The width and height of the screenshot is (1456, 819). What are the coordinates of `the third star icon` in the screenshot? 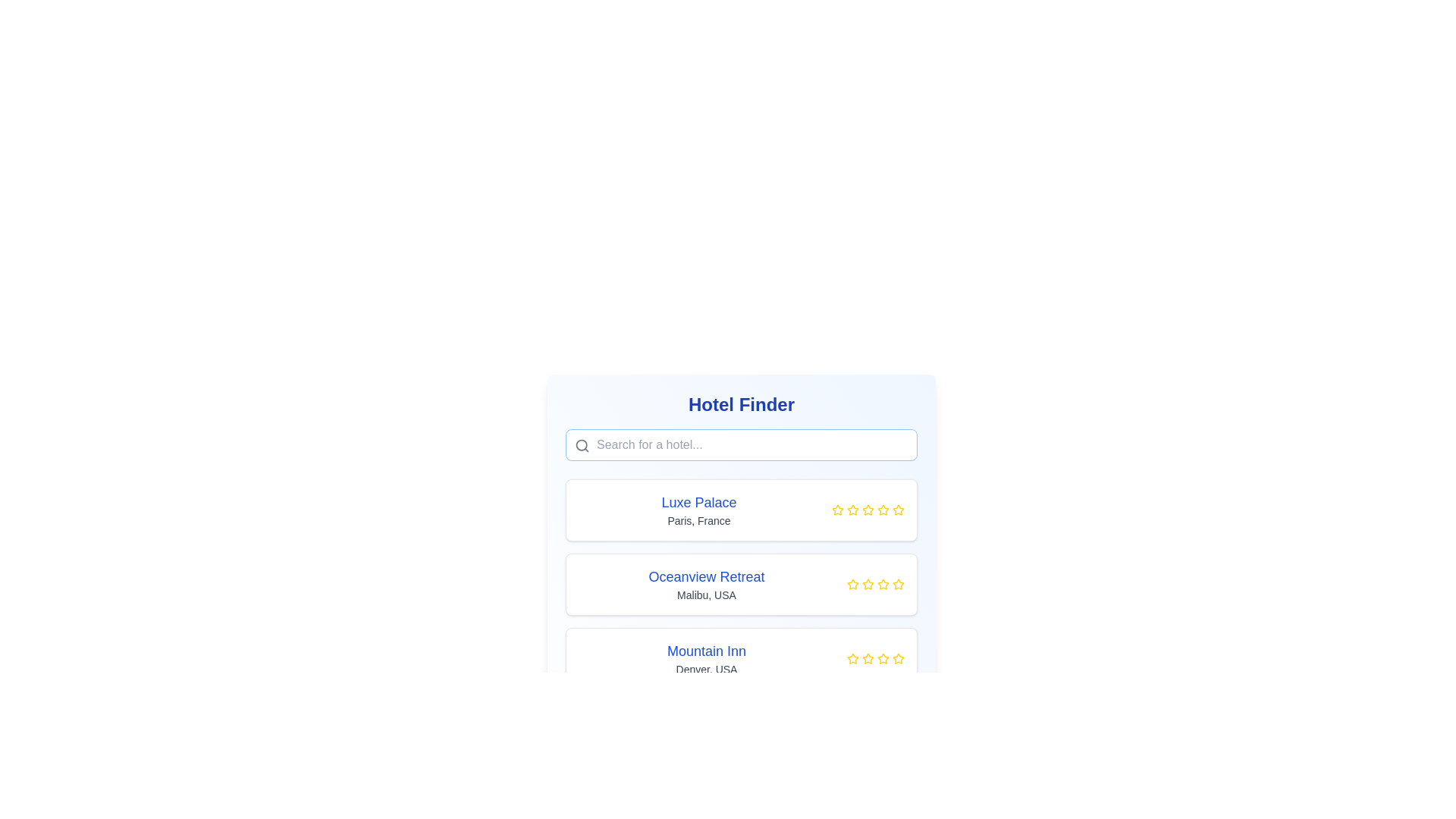 It's located at (868, 657).